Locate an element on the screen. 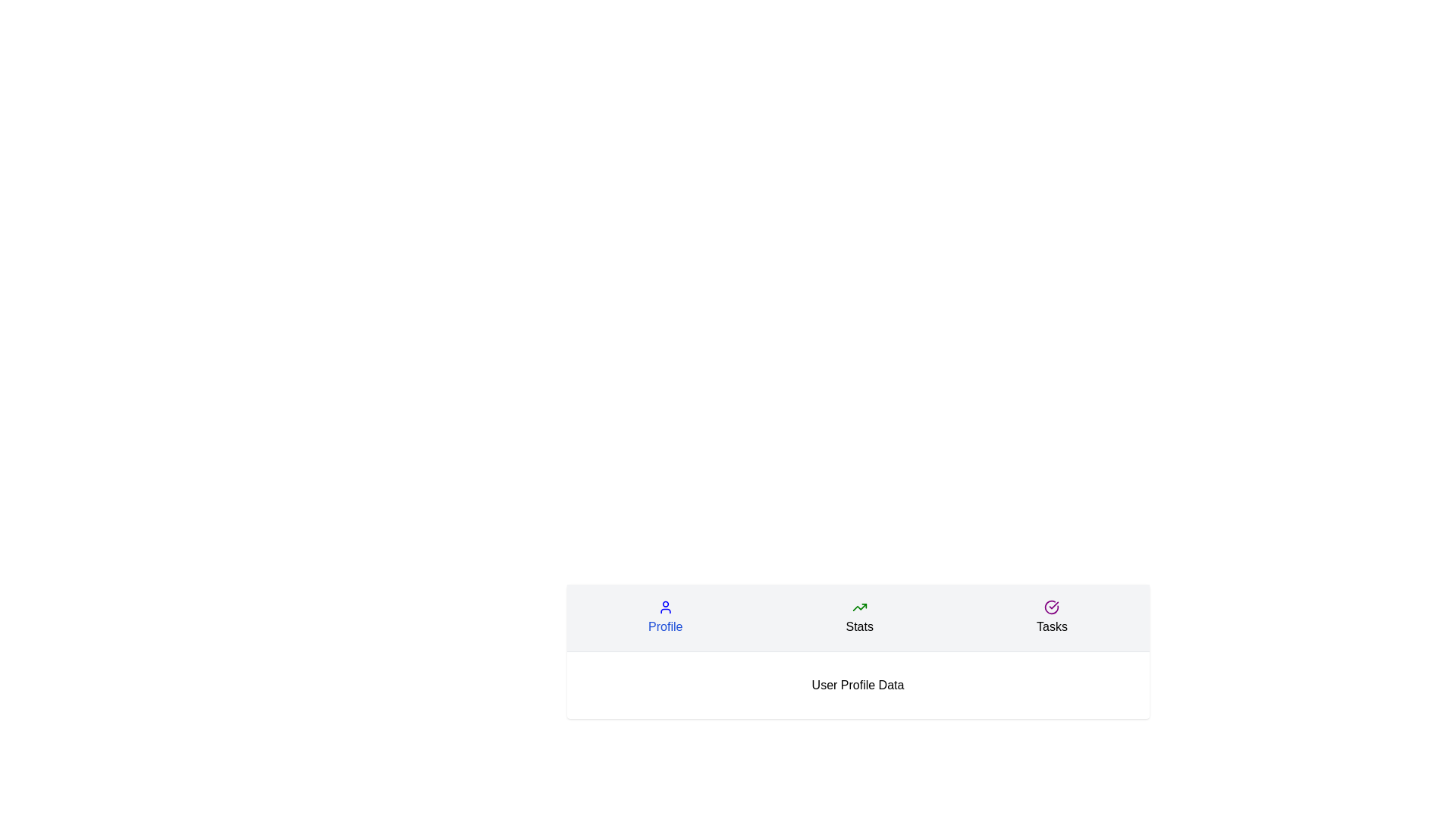 The height and width of the screenshot is (819, 1456). the Stats tab by clicking on its respective button is located at coordinates (859, 617).